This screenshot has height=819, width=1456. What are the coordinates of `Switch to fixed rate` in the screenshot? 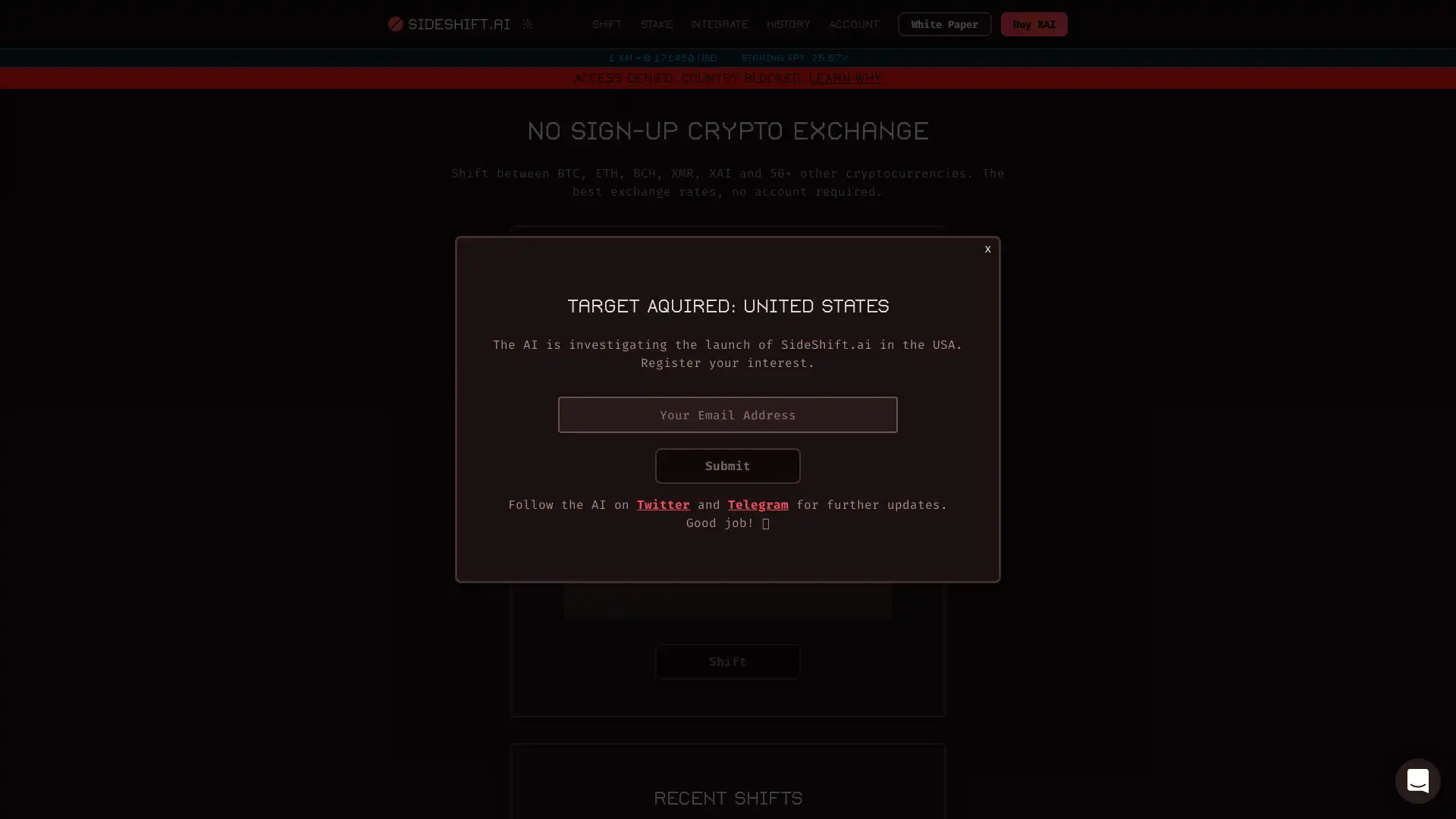 It's located at (787, 278).